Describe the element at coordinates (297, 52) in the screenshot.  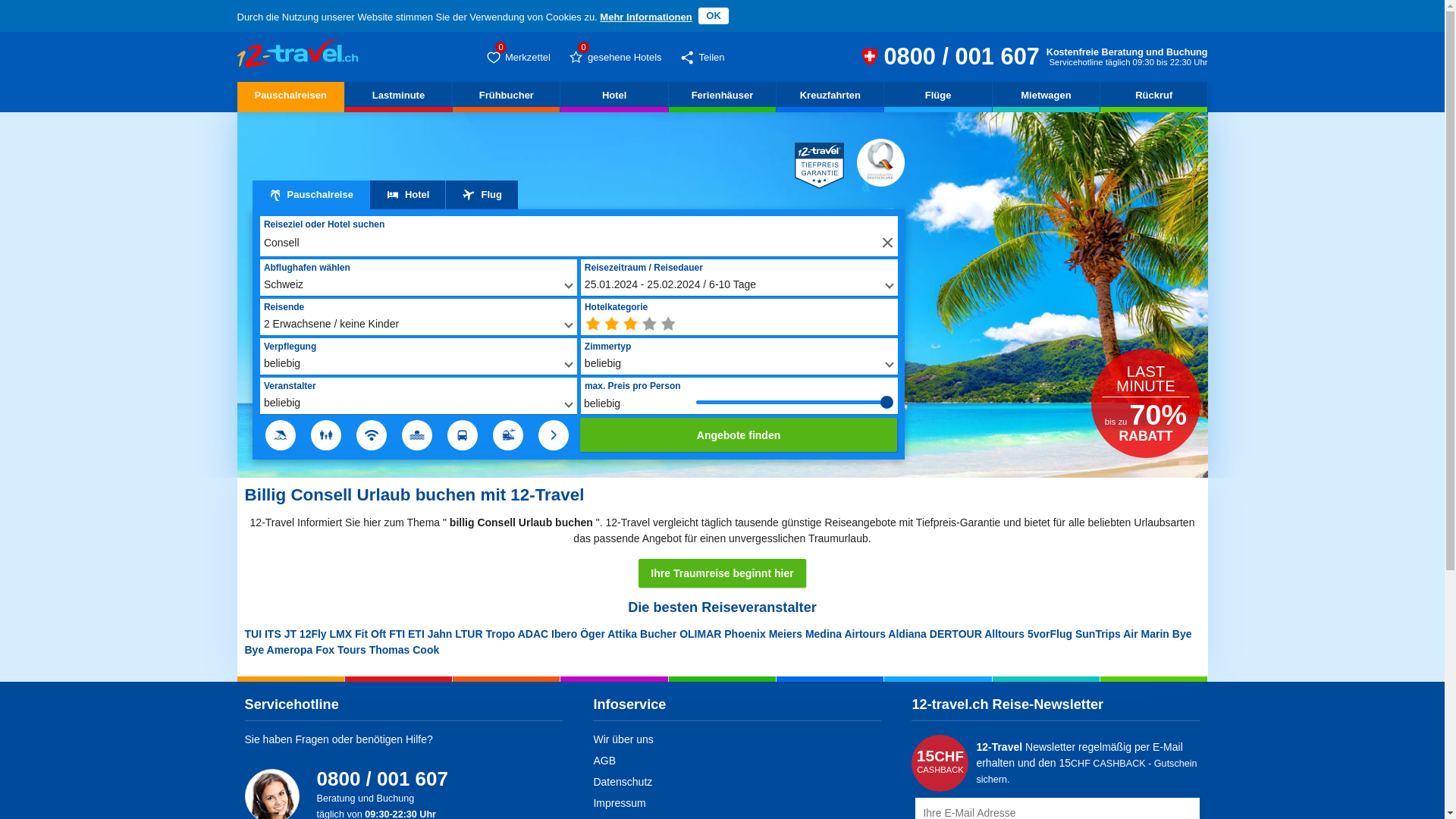
I see `'Billig Consell Urlaub buchen geht nur hier'` at that location.